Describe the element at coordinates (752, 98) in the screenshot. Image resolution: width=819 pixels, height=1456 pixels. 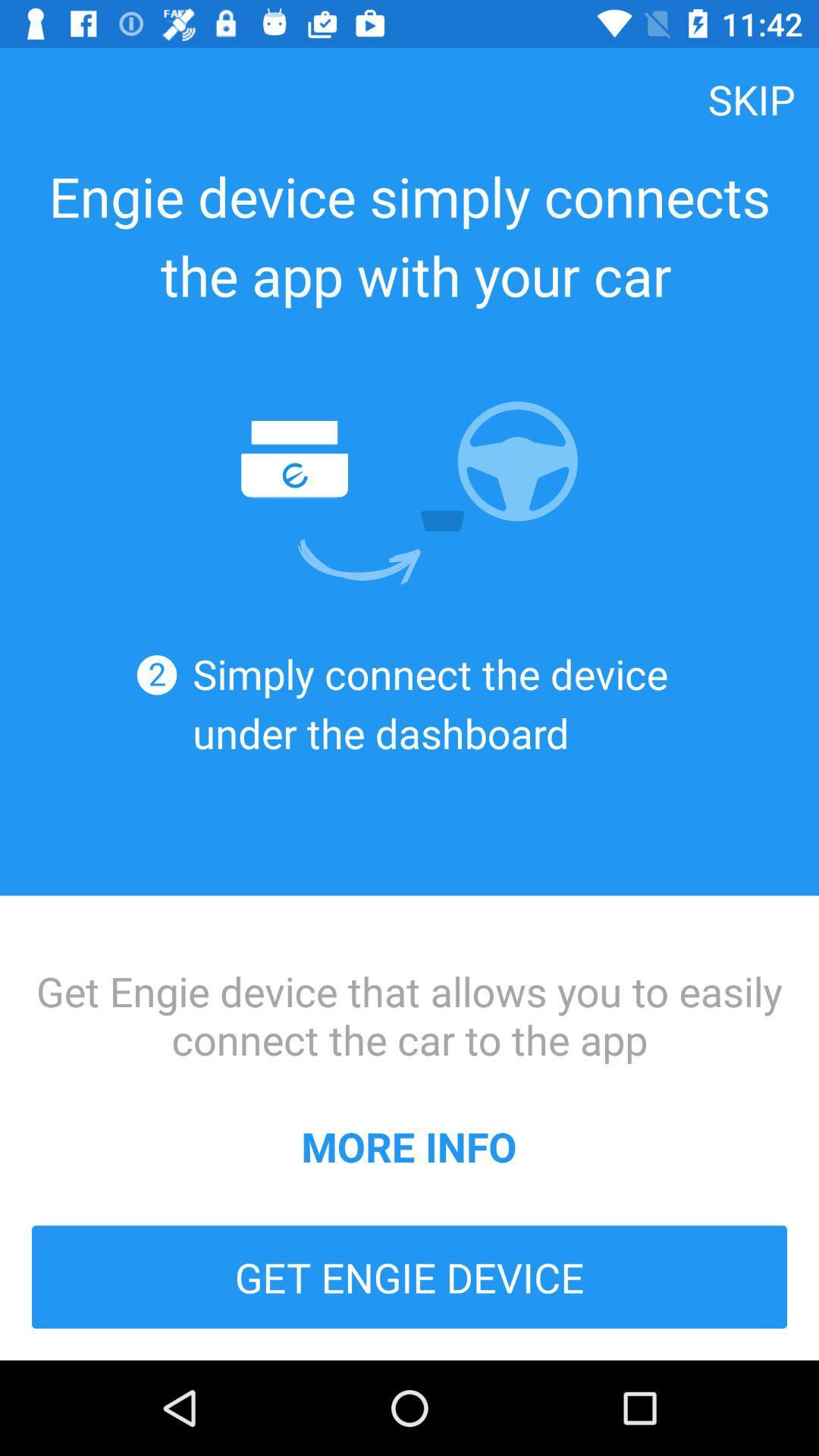
I see `the skip` at that location.